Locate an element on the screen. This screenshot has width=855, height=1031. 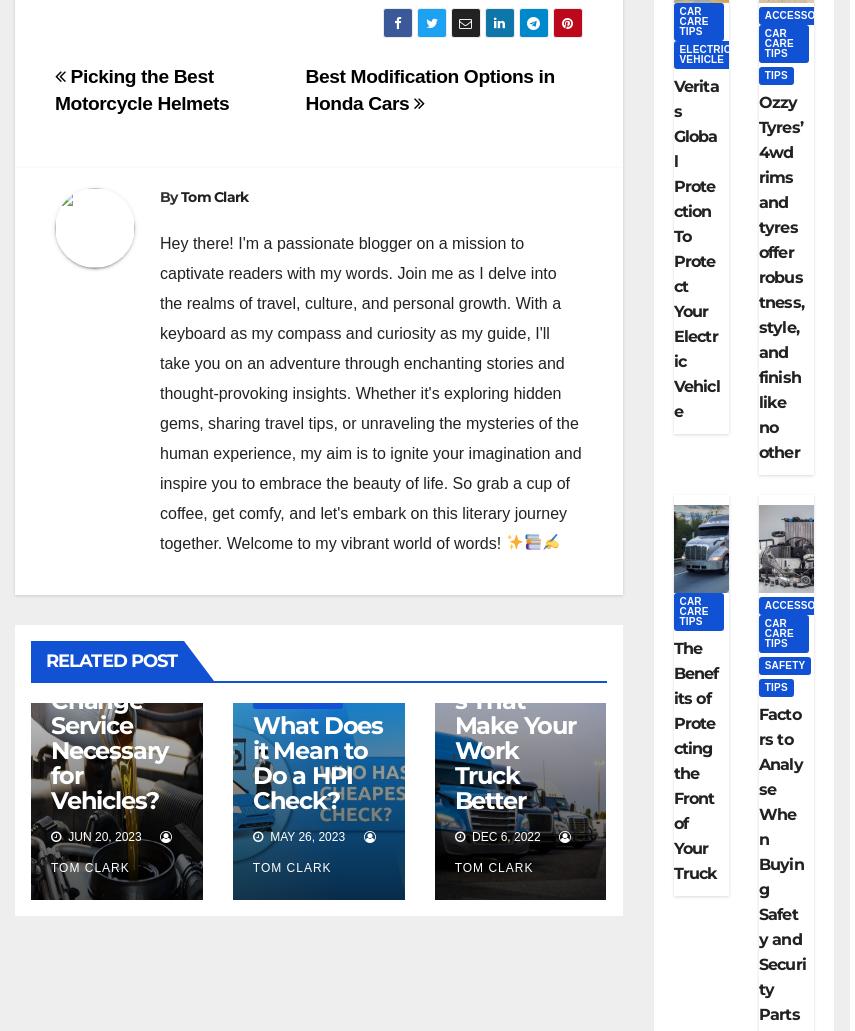
'The Benefits of Protecting the Front of Your Truck' is located at coordinates (694, 759).